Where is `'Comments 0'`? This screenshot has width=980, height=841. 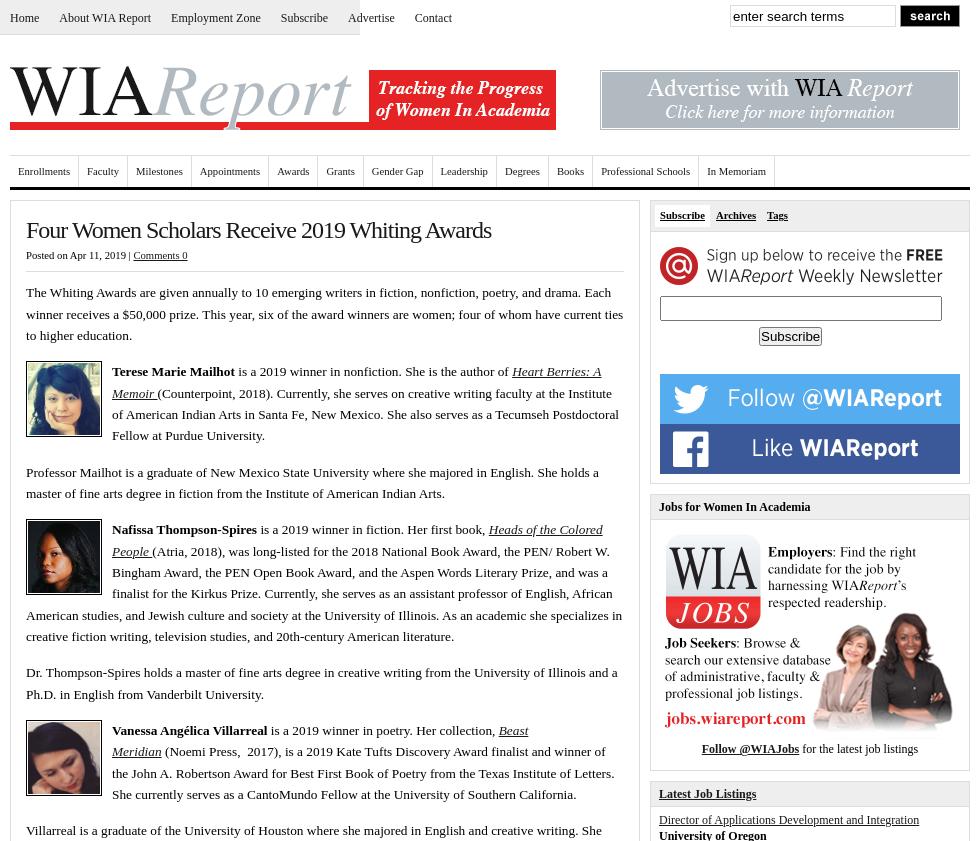 'Comments 0' is located at coordinates (160, 254).